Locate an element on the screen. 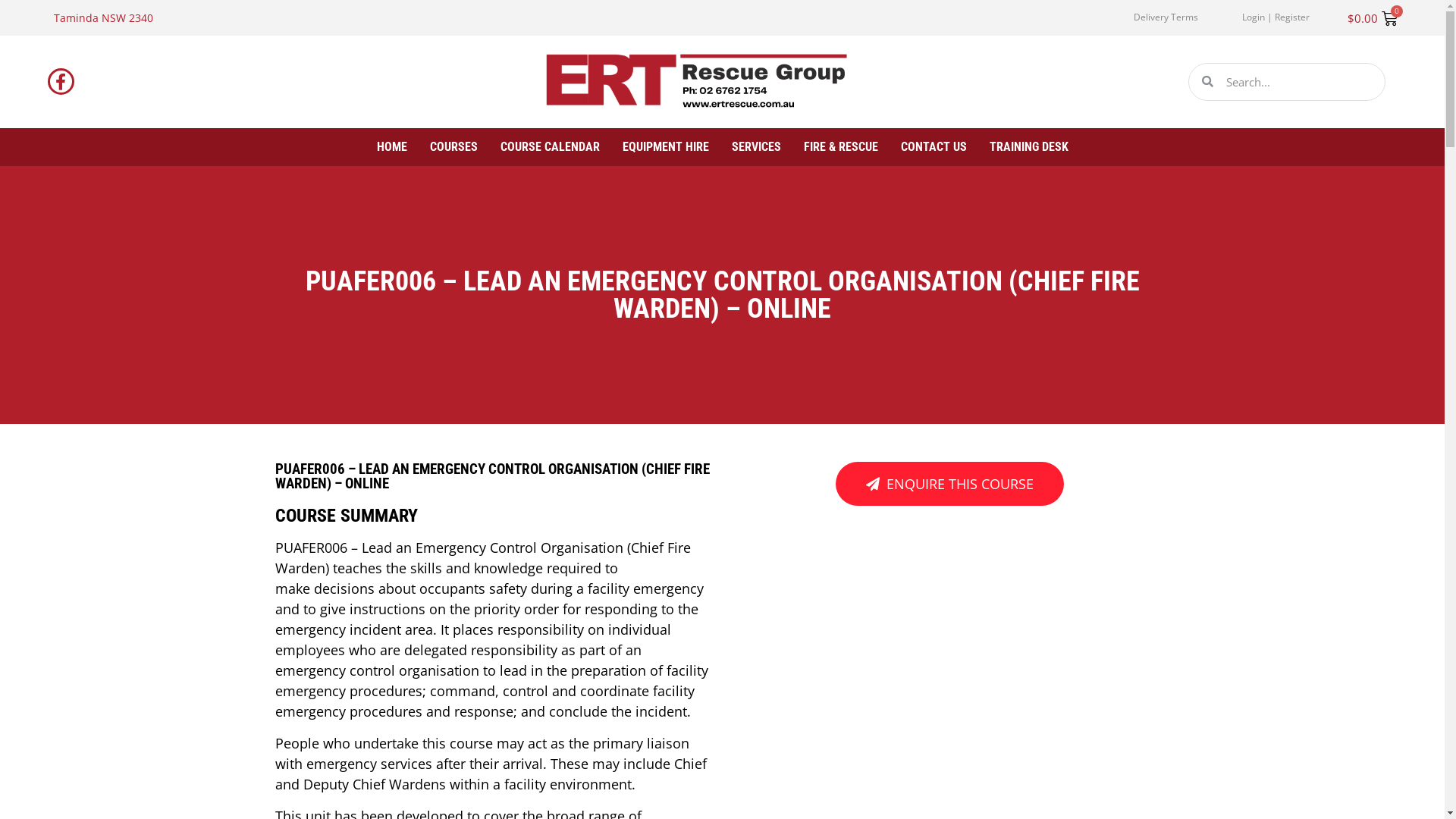 This screenshot has width=1456, height=819. 'FIRE & RESCUE' is located at coordinates (803, 146).